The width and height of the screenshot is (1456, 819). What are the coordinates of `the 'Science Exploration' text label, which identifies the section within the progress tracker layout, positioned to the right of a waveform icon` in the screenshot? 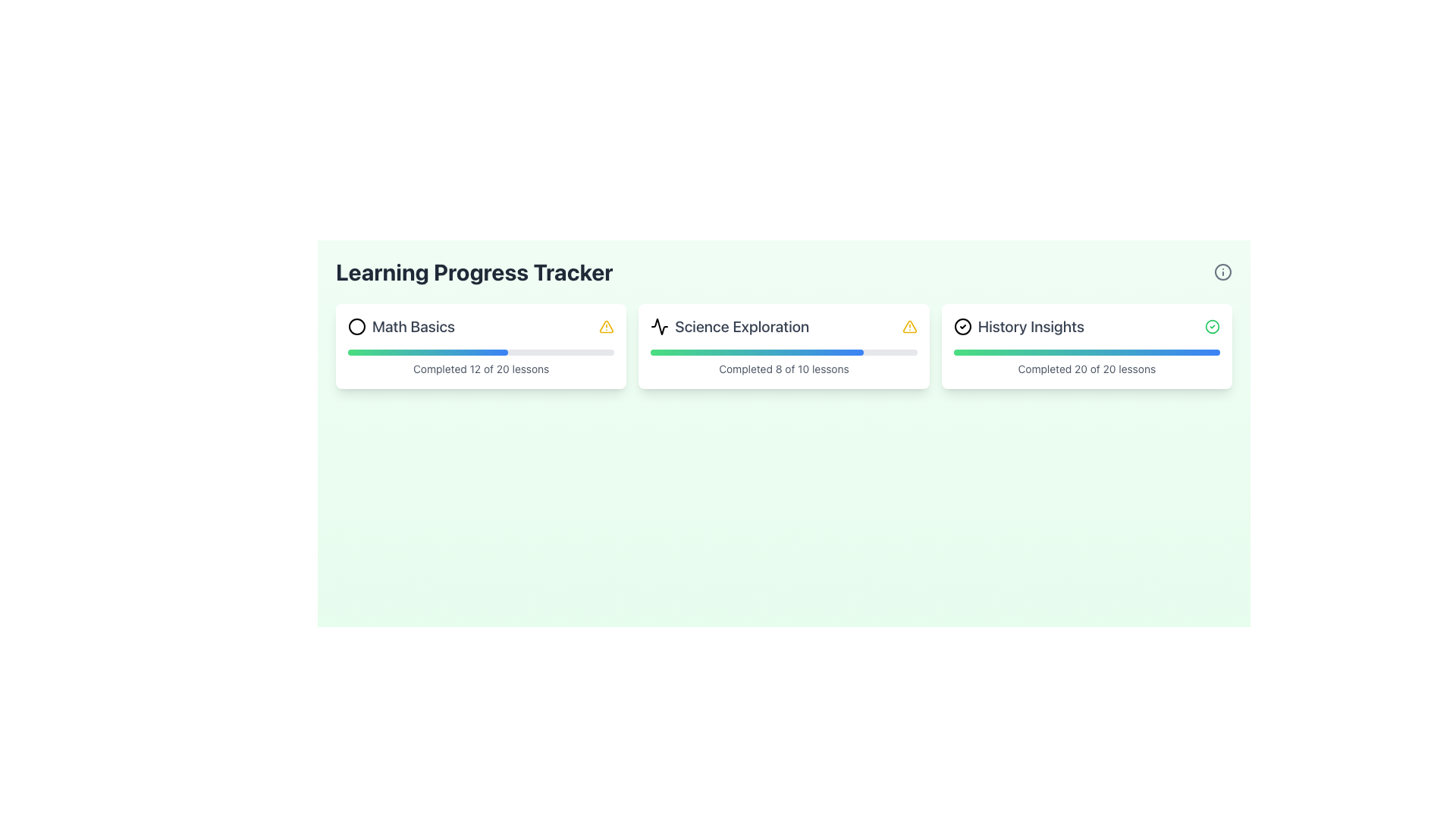 It's located at (742, 326).